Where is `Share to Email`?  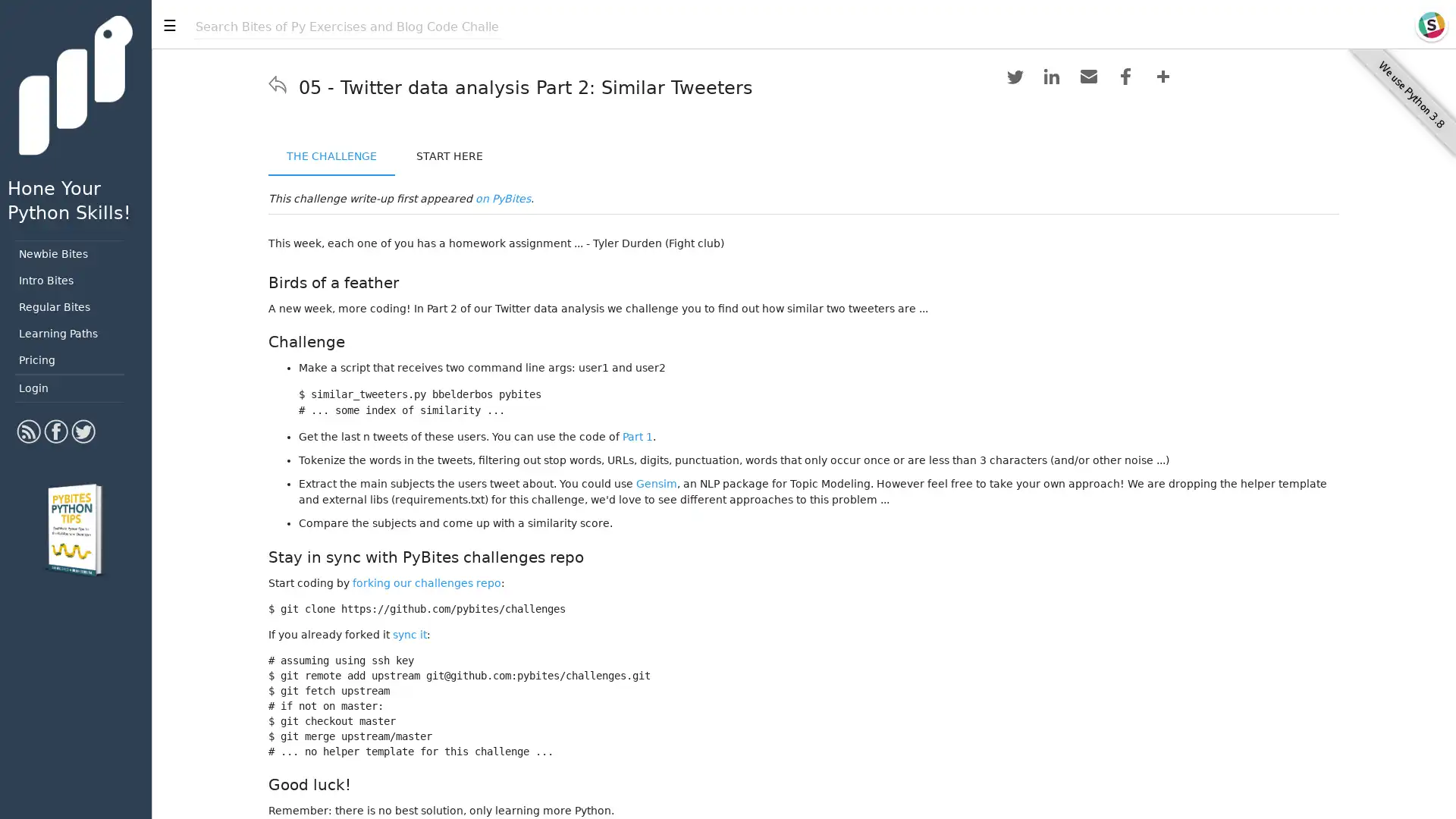
Share to Email is located at coordinates (1084, 76).